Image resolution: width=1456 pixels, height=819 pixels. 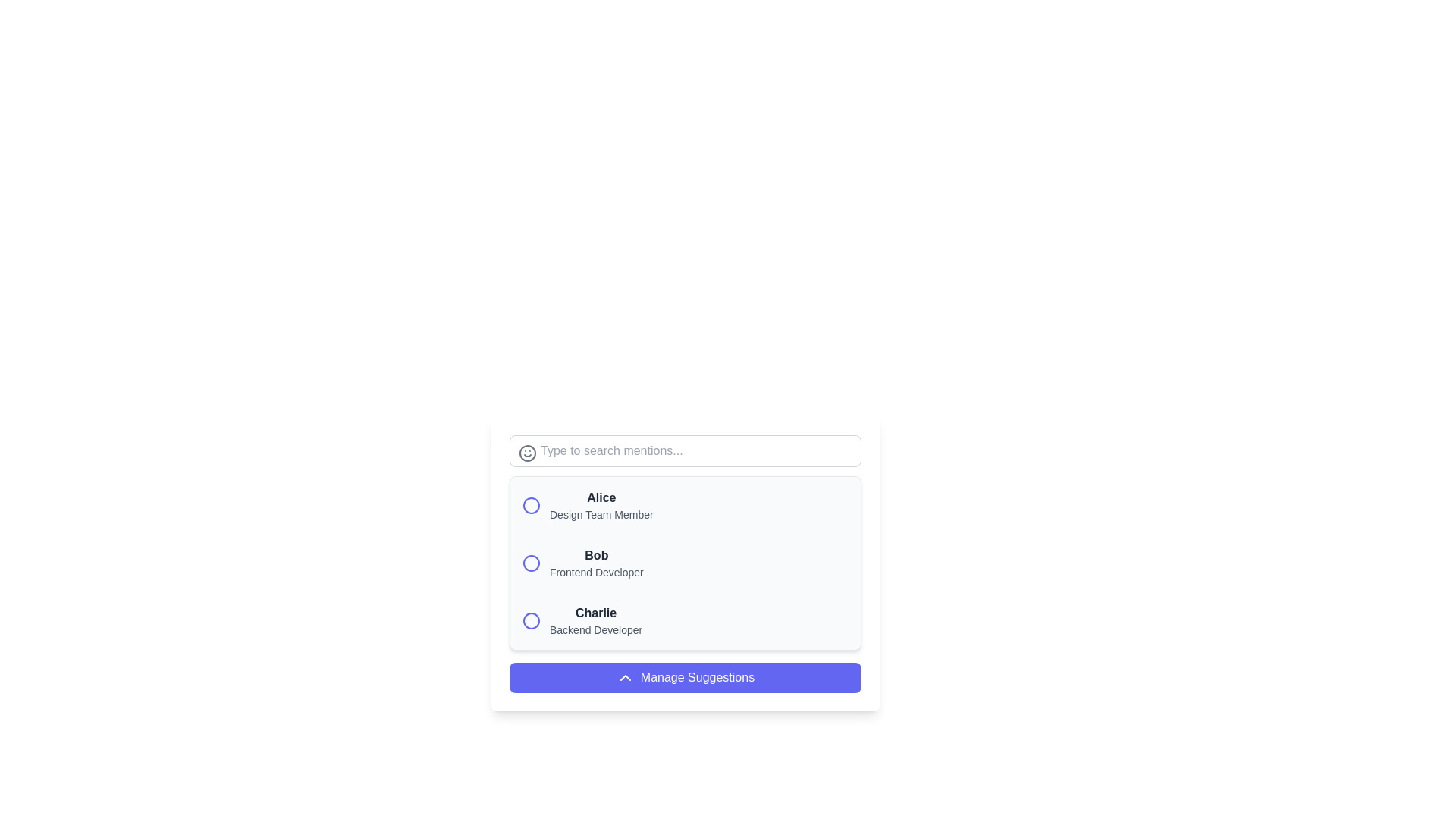 I want to click on the second item in the vertical list representing the selectable option for 'Bob', so click(x=684, y=563).